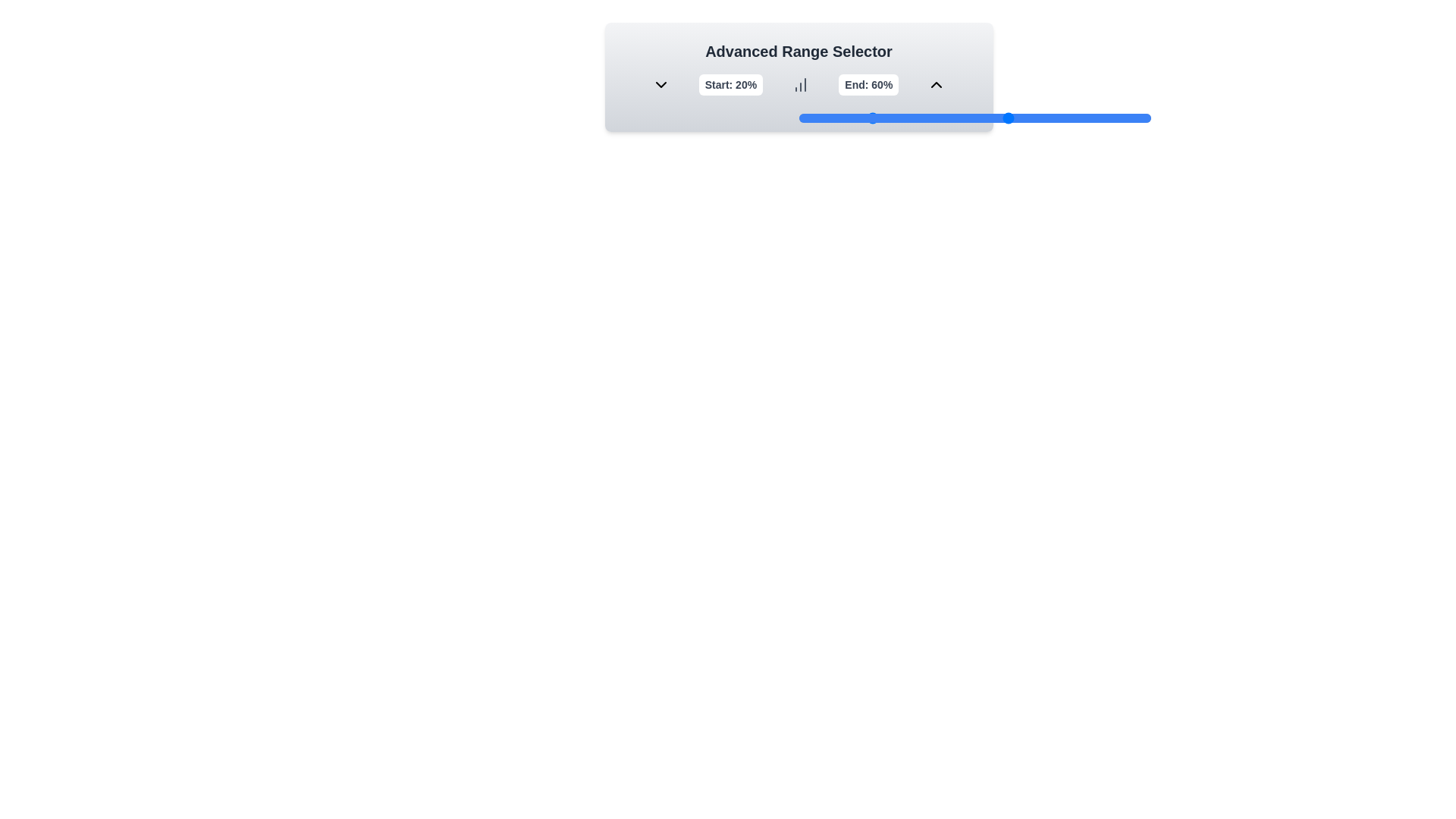 This screenshot has height=819, width=1456. What do you see at coordinates (661, 84) in the screenshot?
I see `the ChevronDown icon` at bounding box center [661, 84].